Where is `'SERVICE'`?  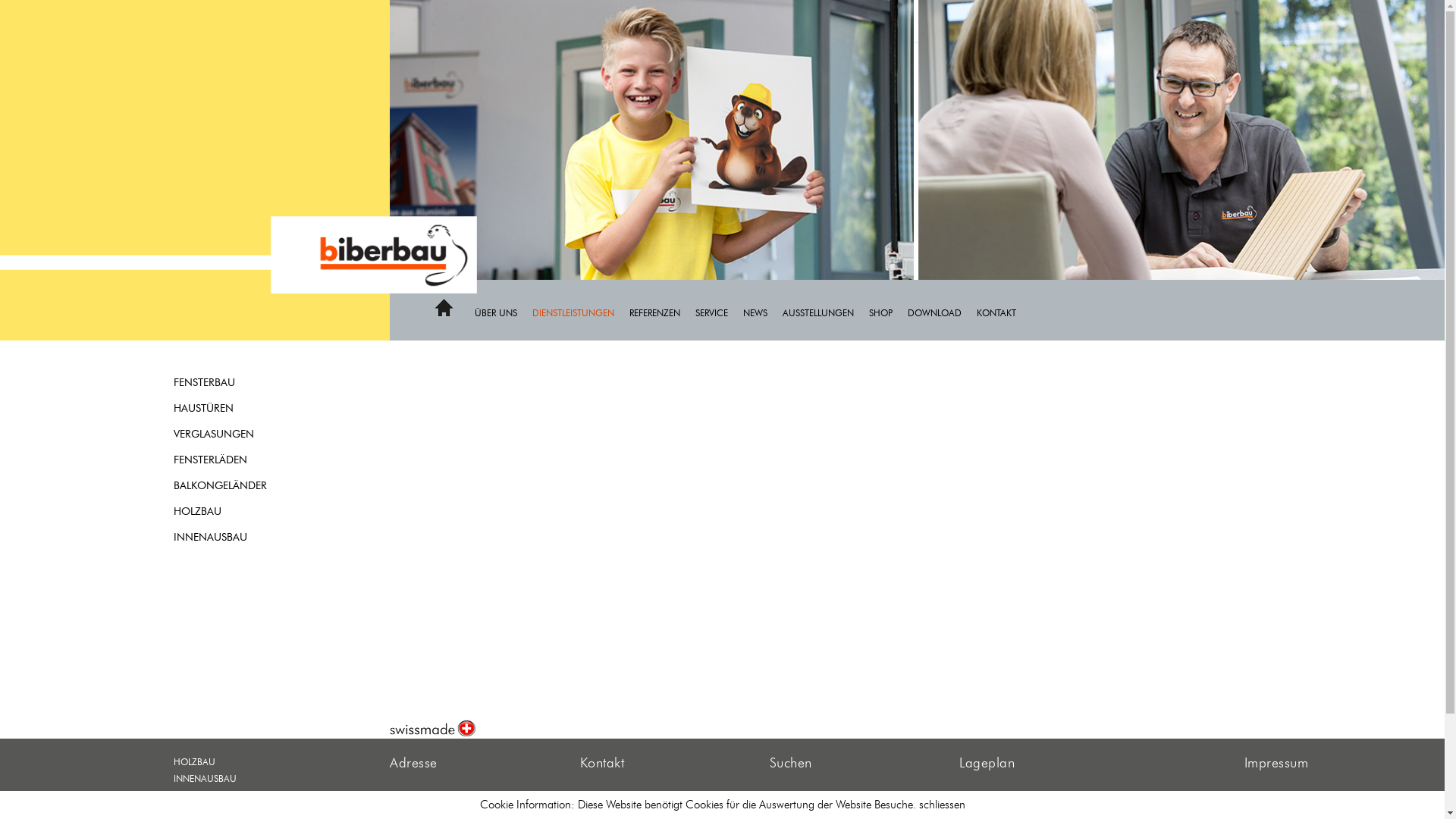
'SERVICE' is located at coordinates (718, 311).